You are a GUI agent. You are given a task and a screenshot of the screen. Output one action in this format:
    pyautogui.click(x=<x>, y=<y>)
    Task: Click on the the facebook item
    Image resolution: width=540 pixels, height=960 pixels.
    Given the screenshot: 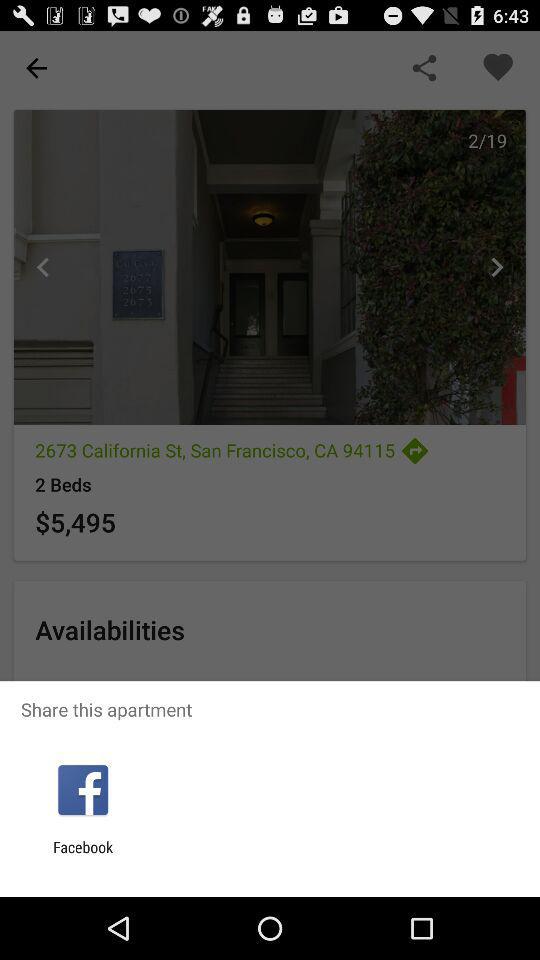 What is the action you would take?
    pyautogui.click(x=82, y=855)
    